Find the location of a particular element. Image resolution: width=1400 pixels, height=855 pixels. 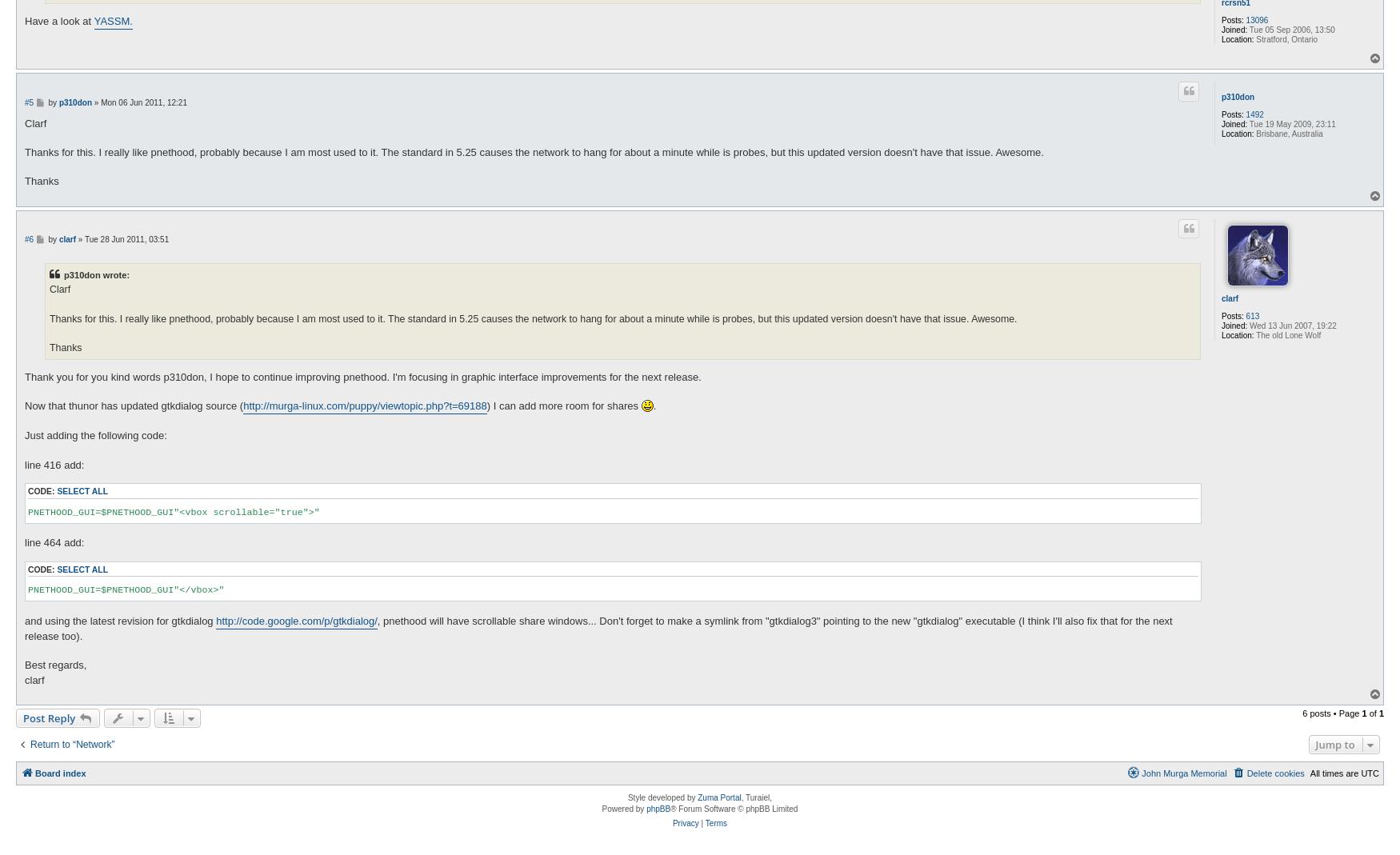

'.' is located at coordinates (654, 405).